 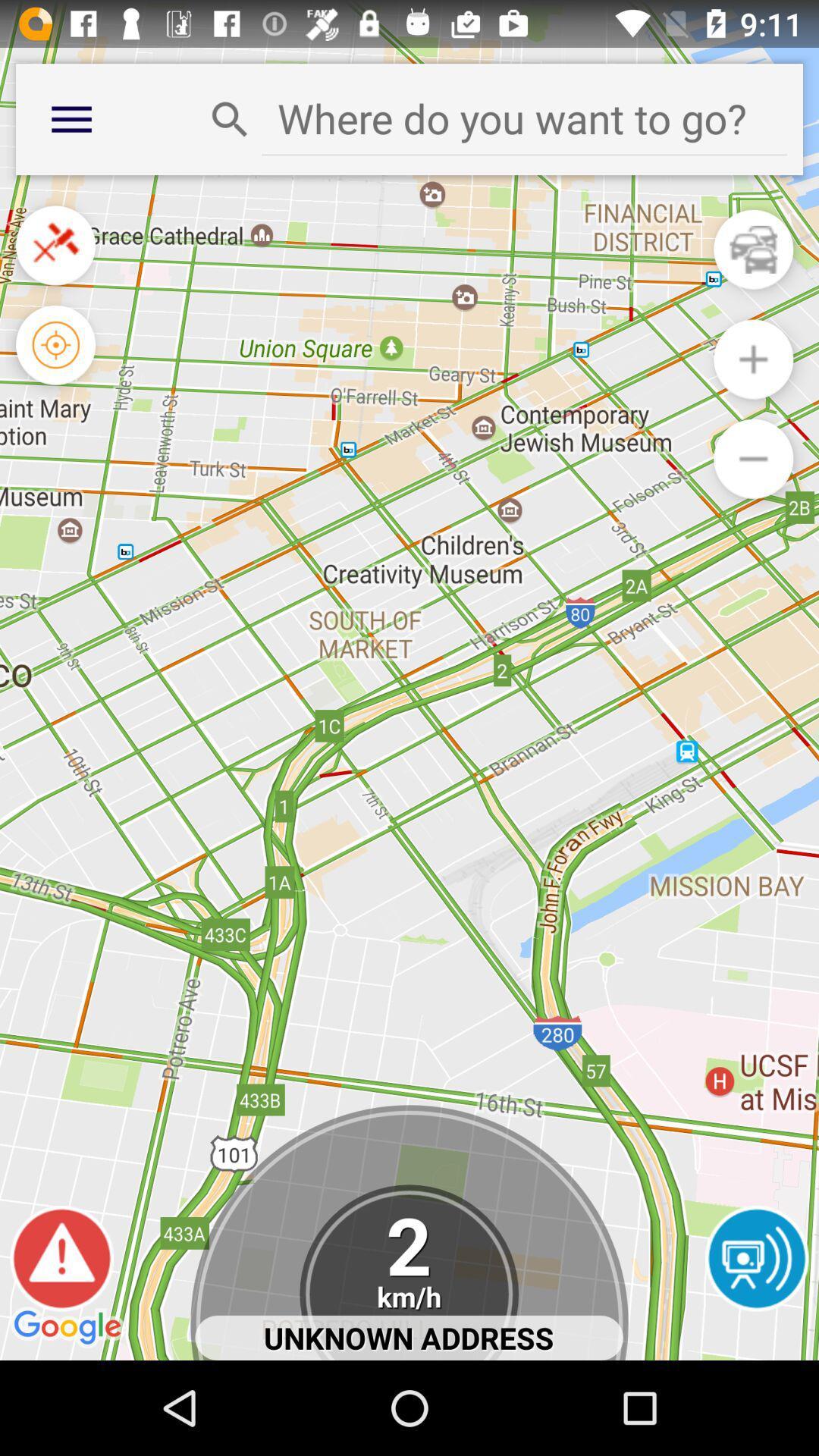 What do you see at coordinates (55, 344) in the screenshot?
I see `pinpoint user location` at bounding box center [55, 344].